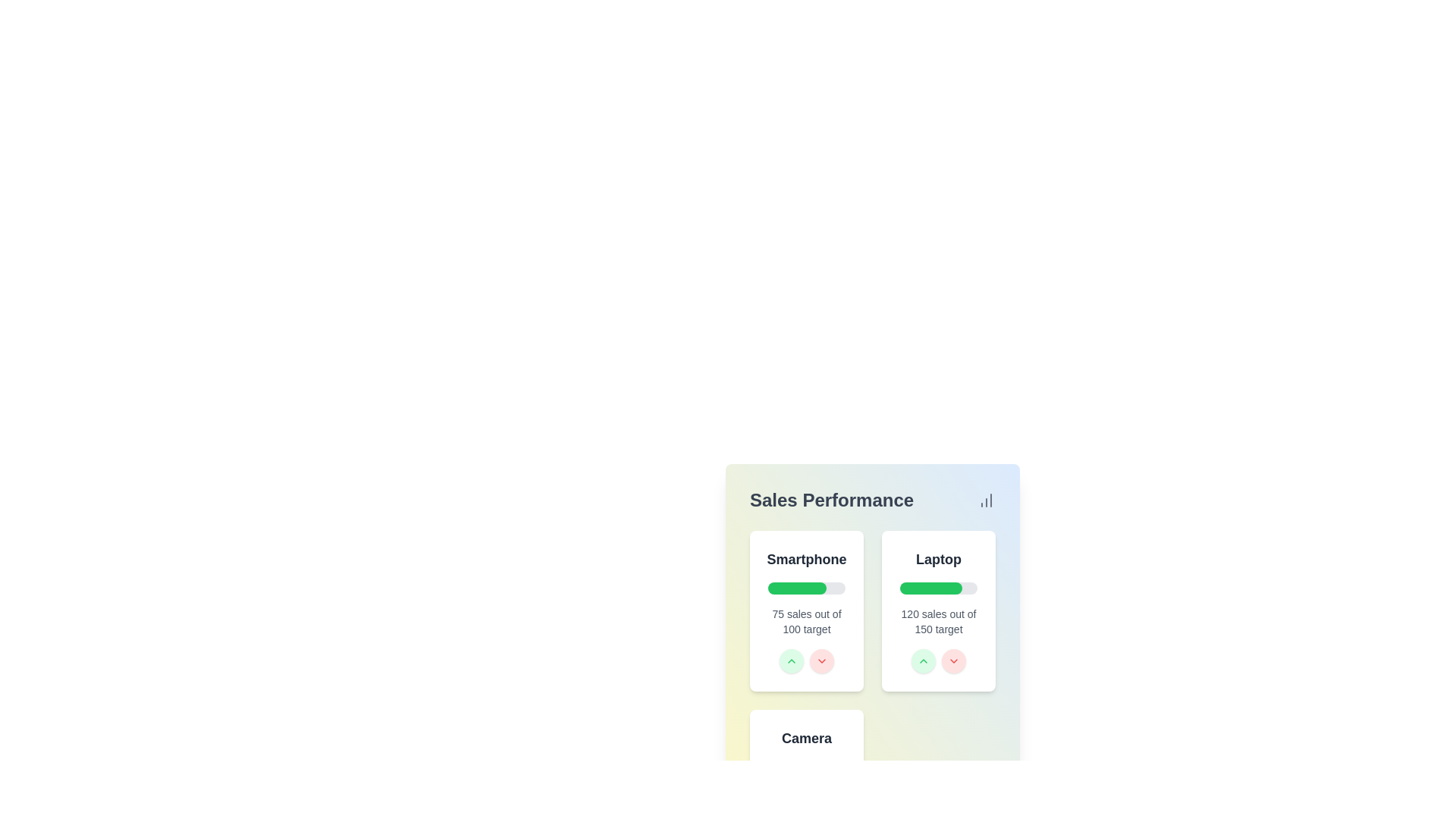 This screenshot has width=1456, height=819. Describe the element at coordinates (986, 500) in the screenshot. I see `the icon located in the upper-right corner of the 'Sales Performance' section` at that location.